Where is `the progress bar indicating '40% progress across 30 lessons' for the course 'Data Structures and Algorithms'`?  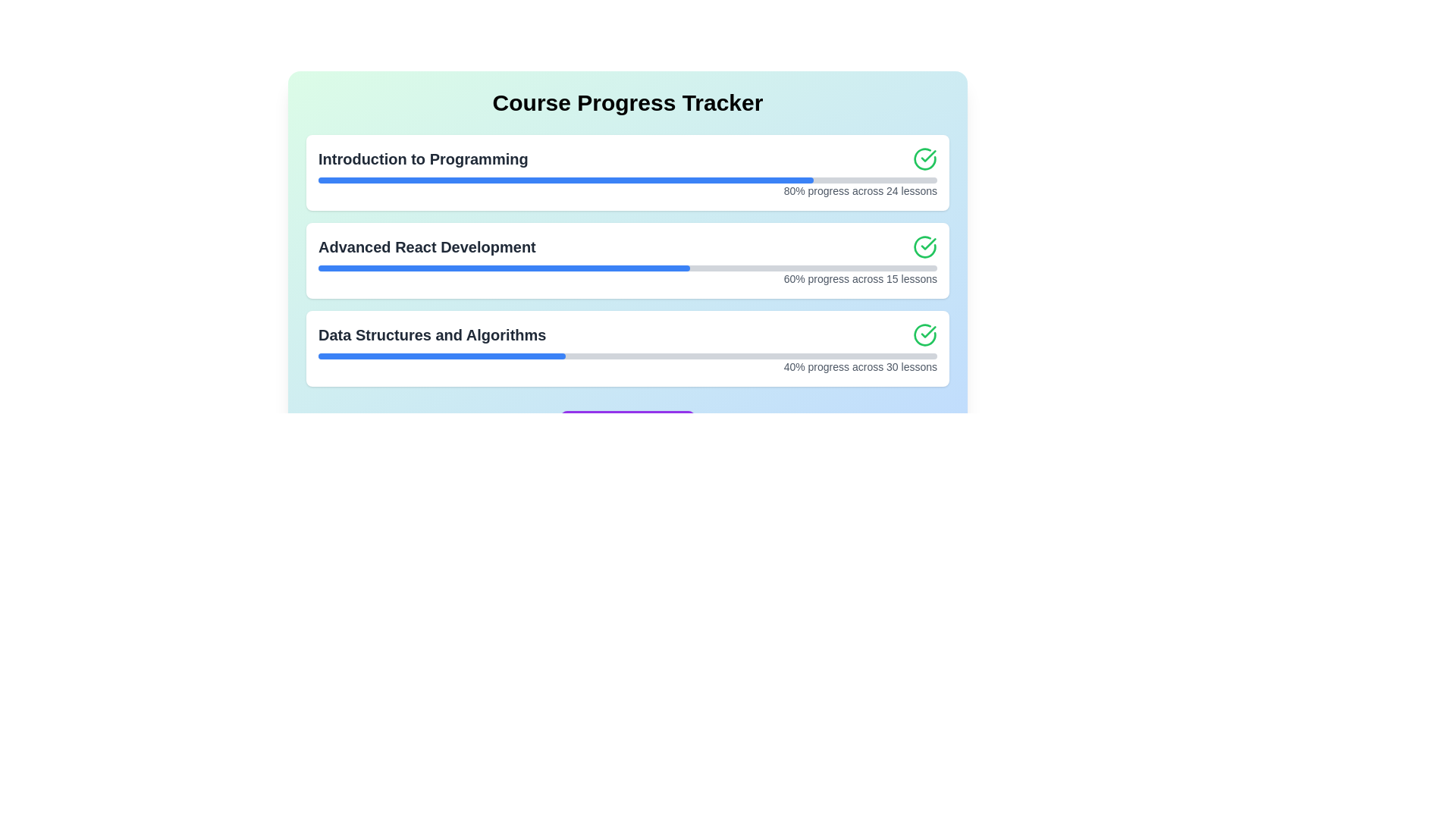 the progress bar indicating '40% progress across 30 lessons' for the course 'Data Structures and Algorithms' is located at coordinates (628, 356).